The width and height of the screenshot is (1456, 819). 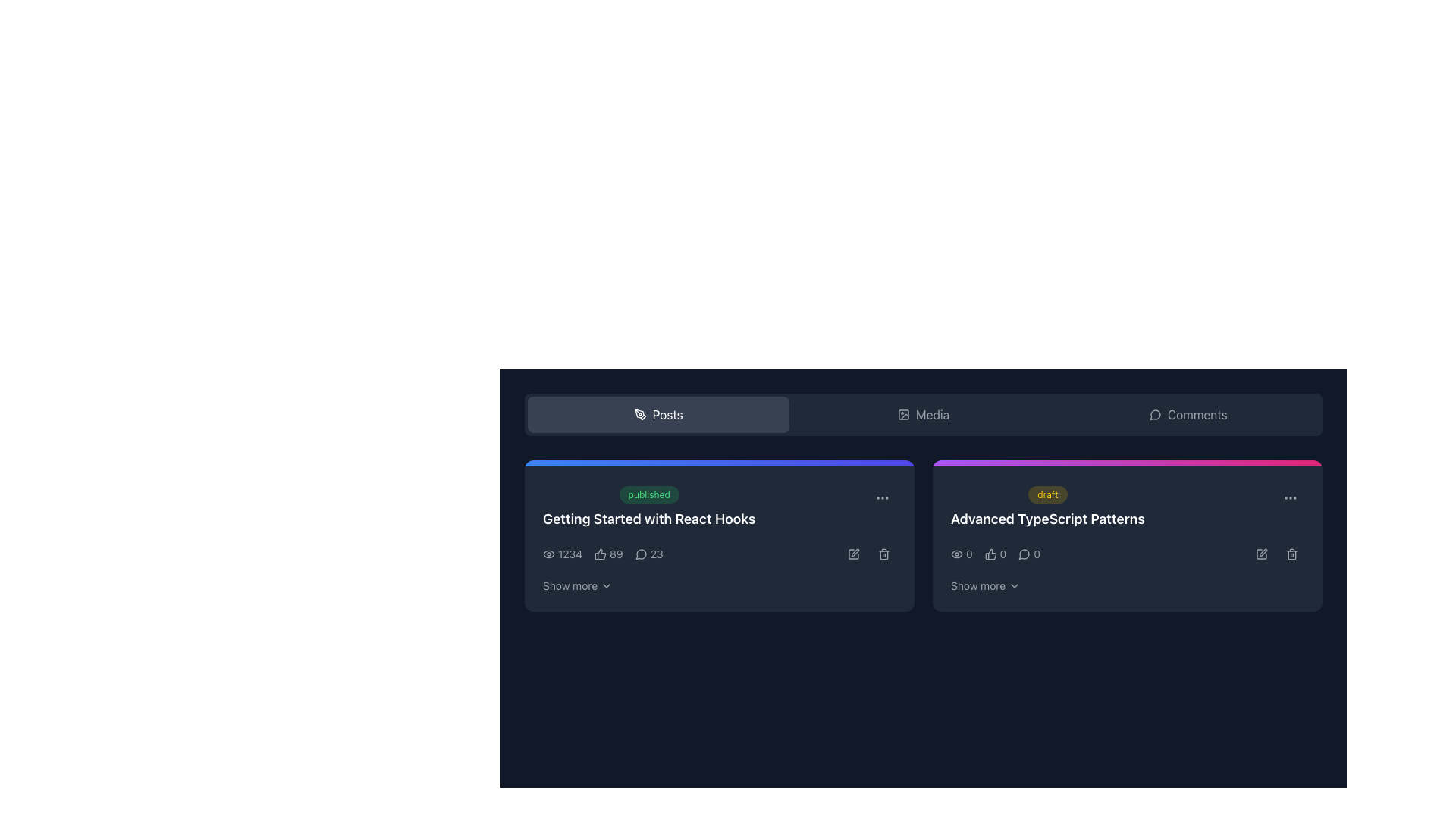 I want to click on the second content card in the management dashboard, which includes interactive controls for managing posts, so click(x=1128, y=535).